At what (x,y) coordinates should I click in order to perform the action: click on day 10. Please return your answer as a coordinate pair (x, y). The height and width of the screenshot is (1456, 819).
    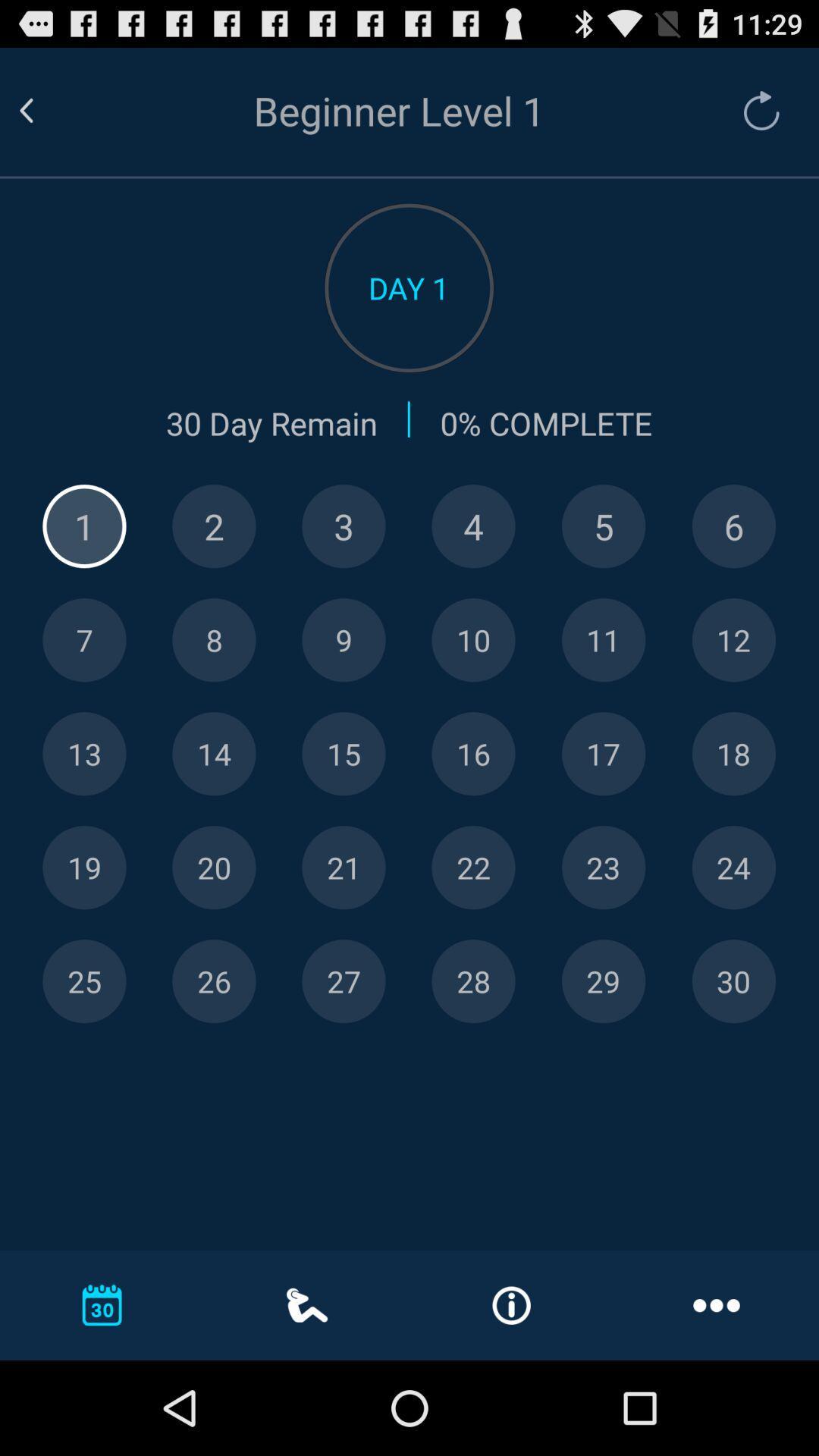
    Looking at the image, I should click on (472, 640).